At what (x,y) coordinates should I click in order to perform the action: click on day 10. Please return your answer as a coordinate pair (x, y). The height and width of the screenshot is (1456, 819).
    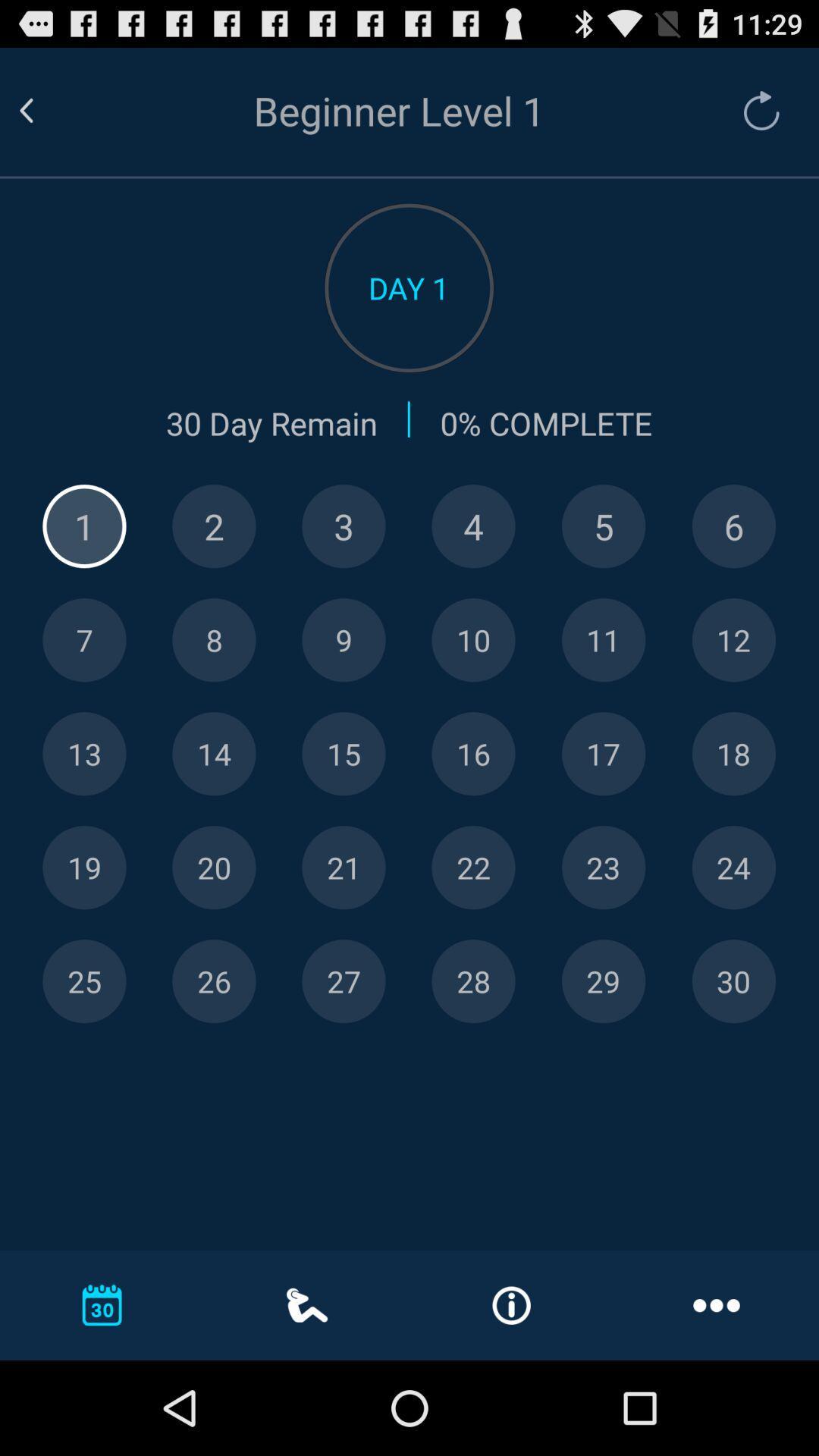
    Looking at the image, I should click on (472, 640).